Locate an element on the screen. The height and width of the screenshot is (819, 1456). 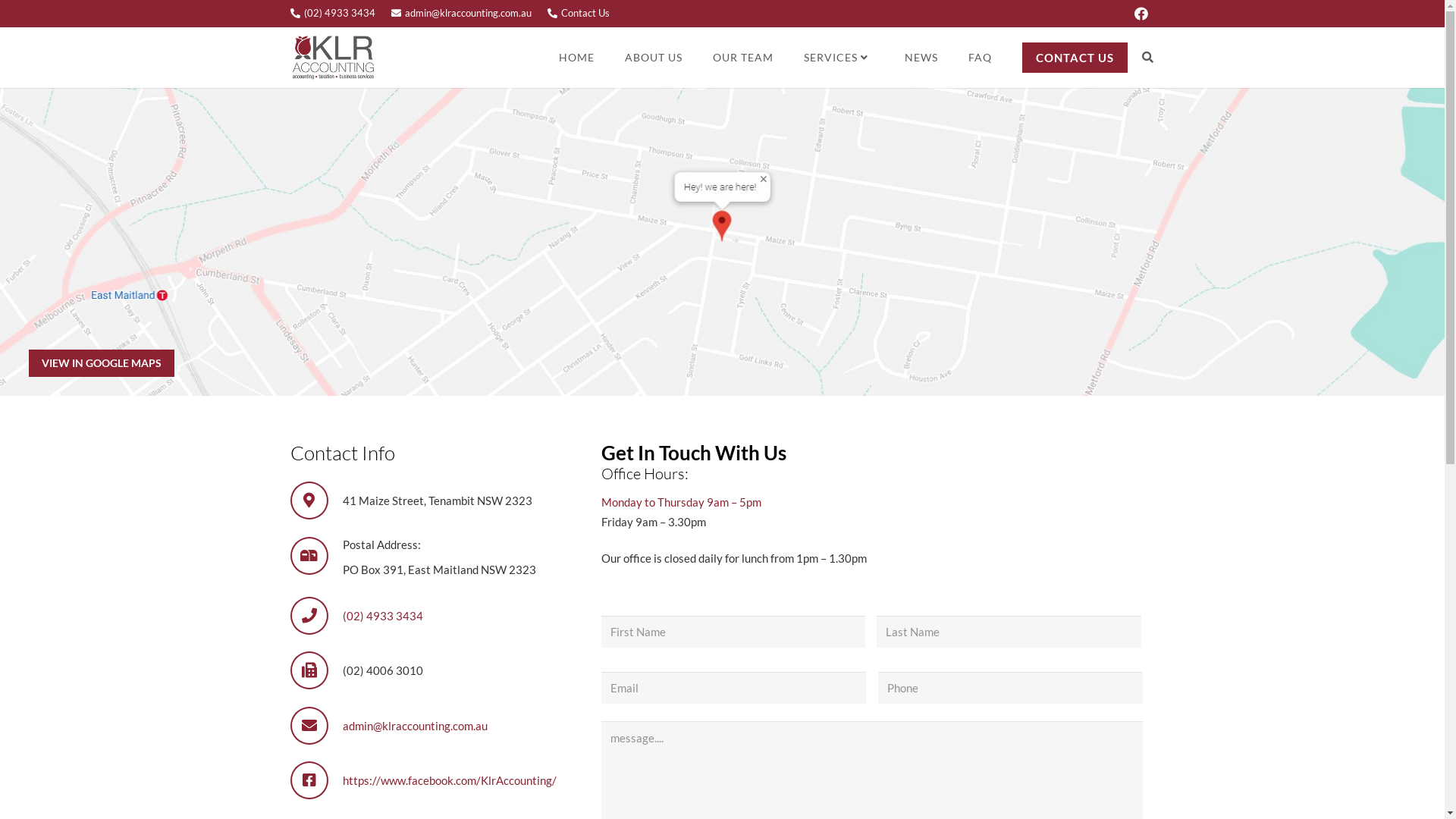
'VIEW IN GOOGLE MAPS' is located at coordinates (101, 362).